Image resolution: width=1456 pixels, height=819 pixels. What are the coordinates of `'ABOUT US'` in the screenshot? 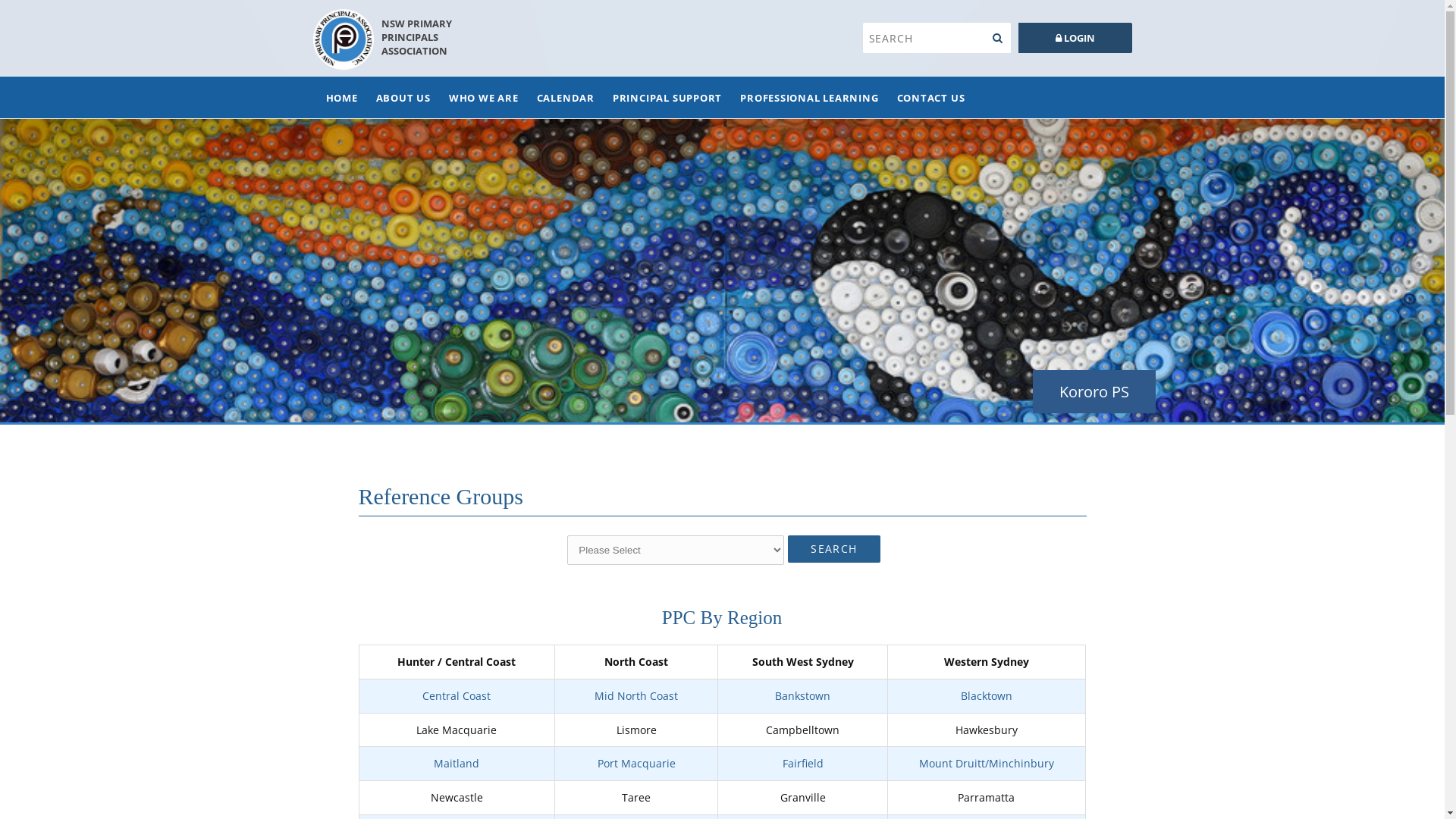 It's located at (403, 97).